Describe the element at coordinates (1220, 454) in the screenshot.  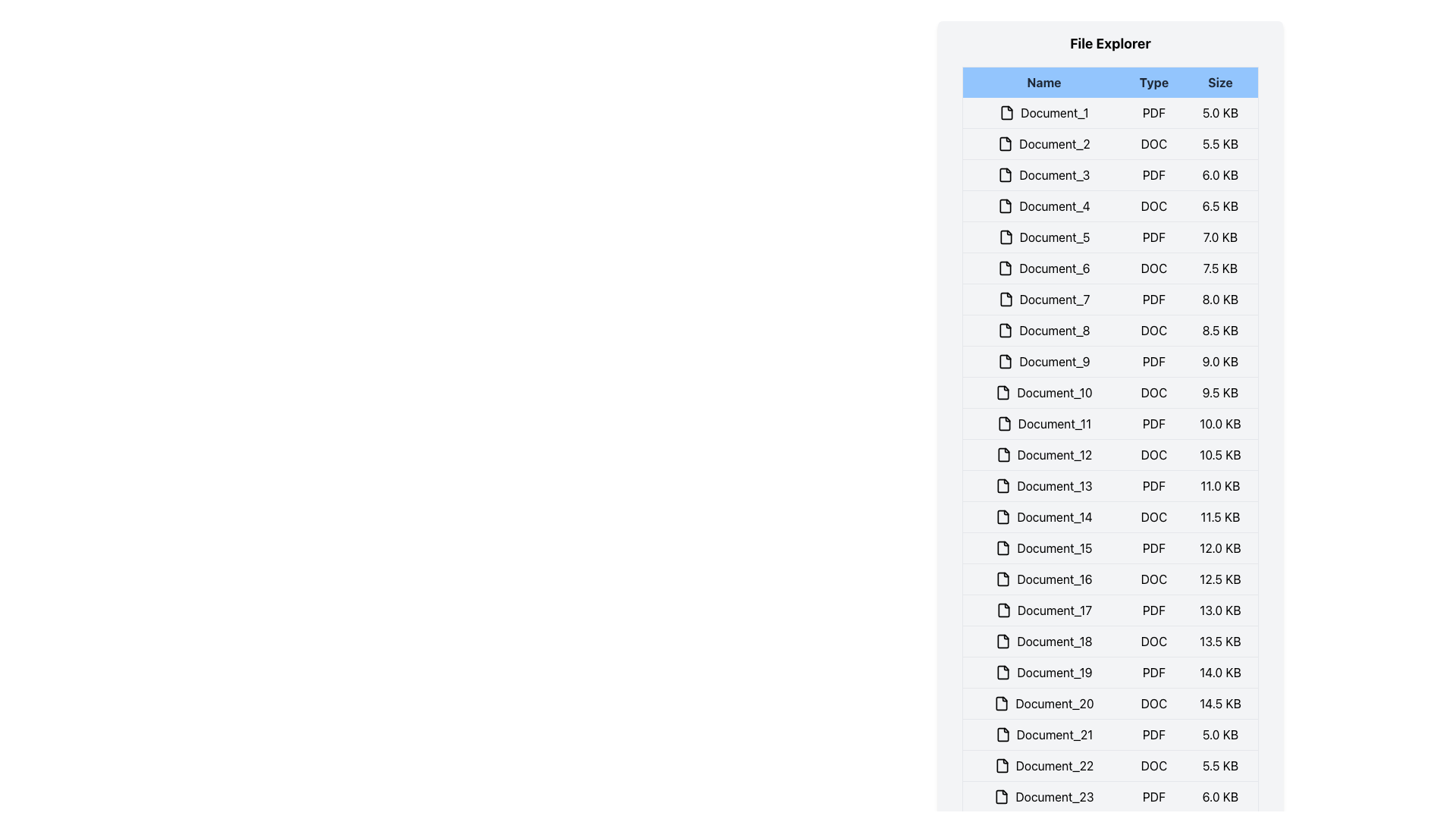
I see `the text label displaying '10.5 KB' that is part of the file explorer interface under the 'Size' column for 'Document_12'` at that location.